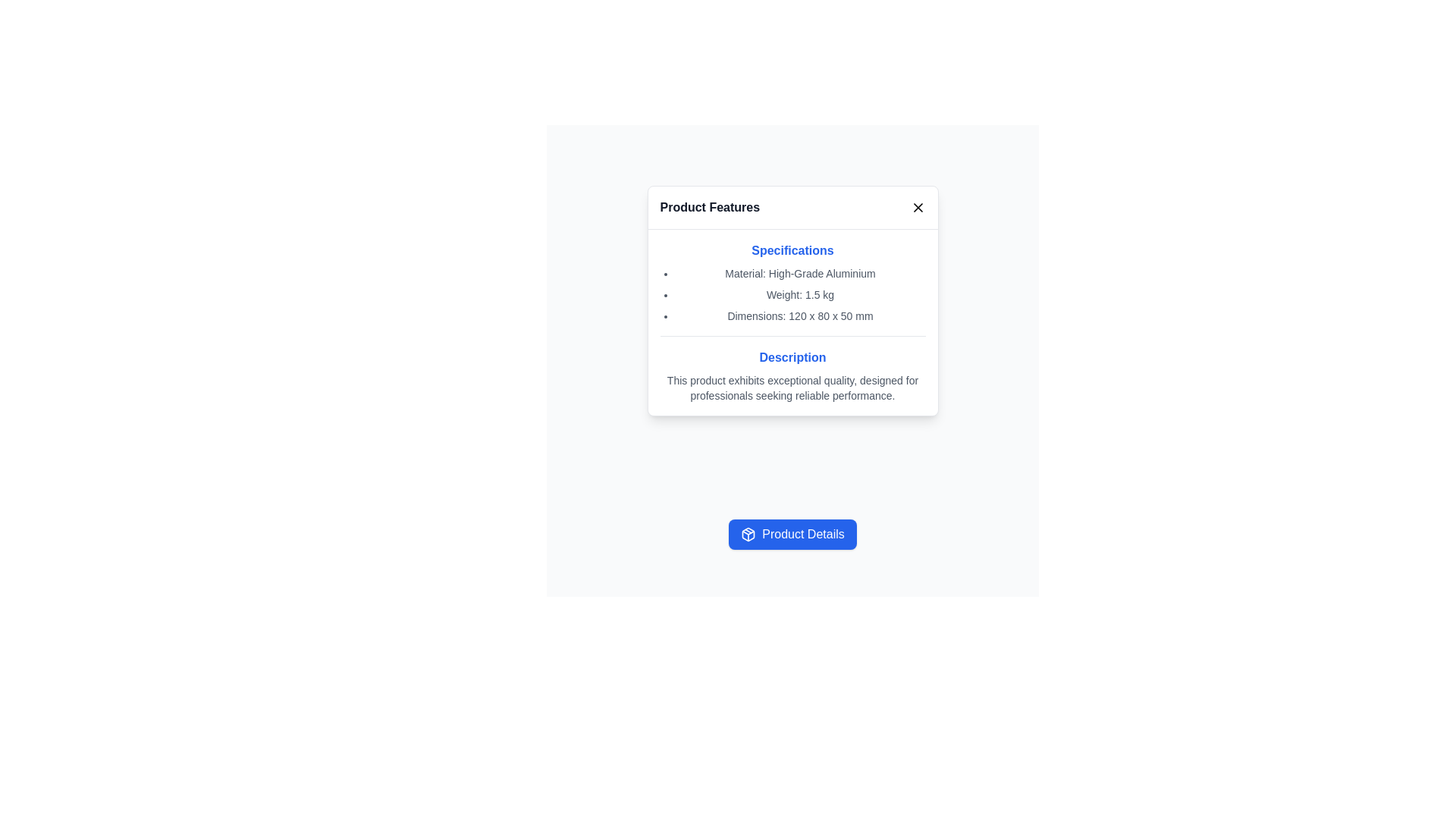 This screenshot has height=819, width=1456. Describe the element at coordinates (917, 207) in the screenshot. I see `the close icon represented by a diagonal cross in the top-right corner of the 'Product Features' card` at that location.